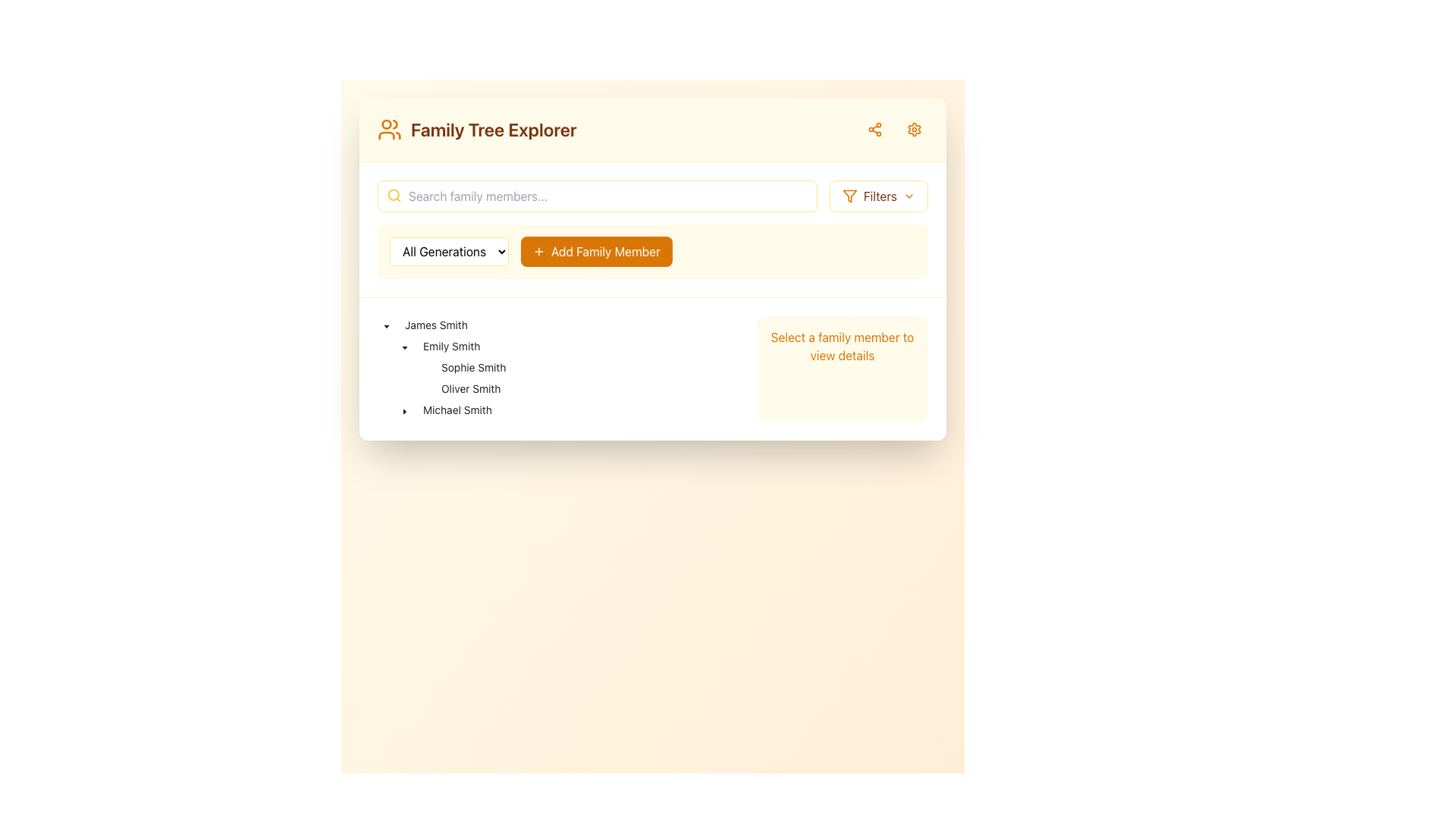 The width and height of the screenshot is (1456, 819). Describe the element at coordinates (849, 195) in the screenshot. I see `the funnel icon used for filters, which is located in the top-right section of the main content area of the UI` at that location.